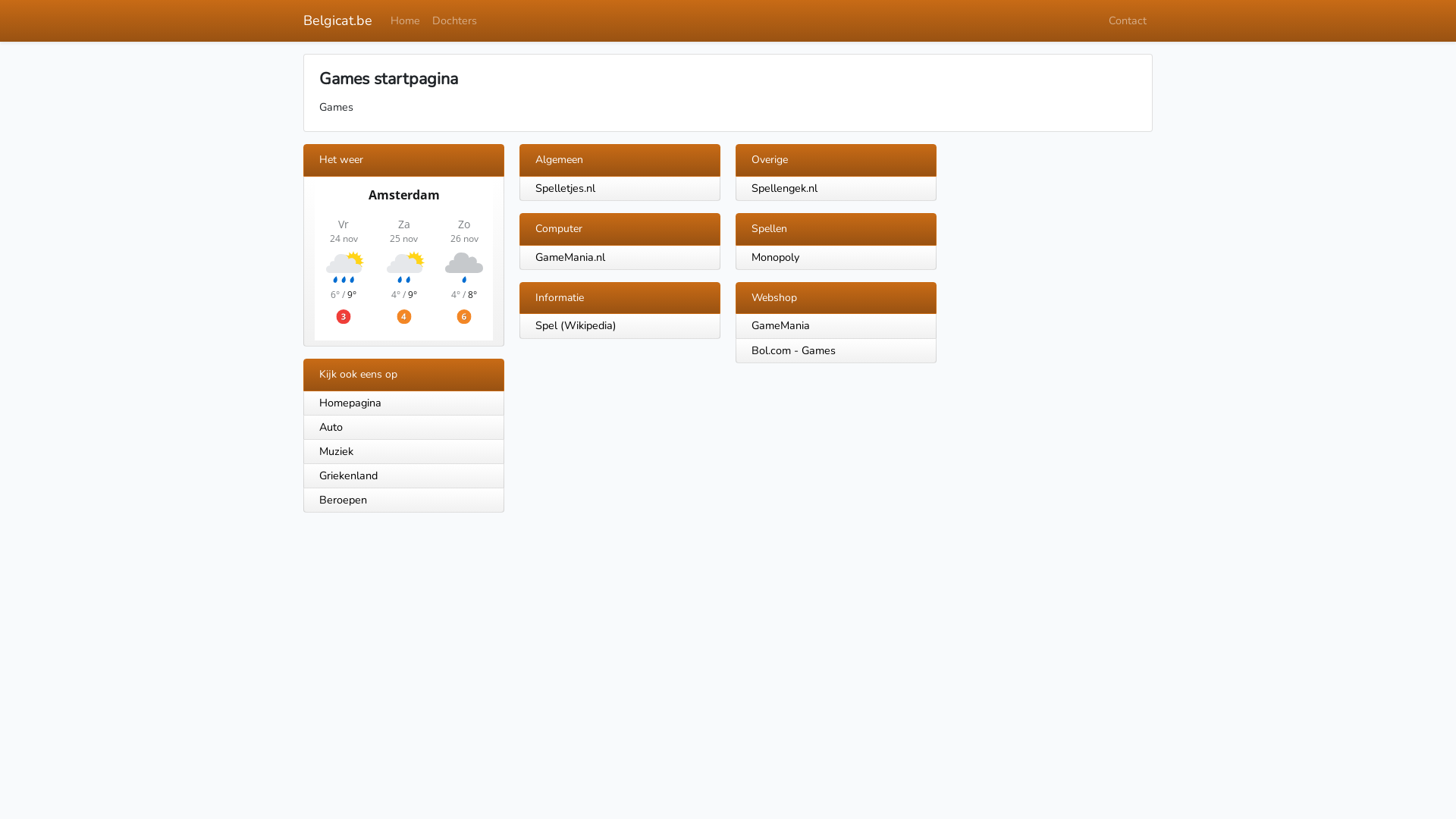 This screenshot has height=819, width=1456. What do you see at coordinates (784, 187) in the screenshot?
I see `'Spellengek.nl'` at bounding box center [784, 187].